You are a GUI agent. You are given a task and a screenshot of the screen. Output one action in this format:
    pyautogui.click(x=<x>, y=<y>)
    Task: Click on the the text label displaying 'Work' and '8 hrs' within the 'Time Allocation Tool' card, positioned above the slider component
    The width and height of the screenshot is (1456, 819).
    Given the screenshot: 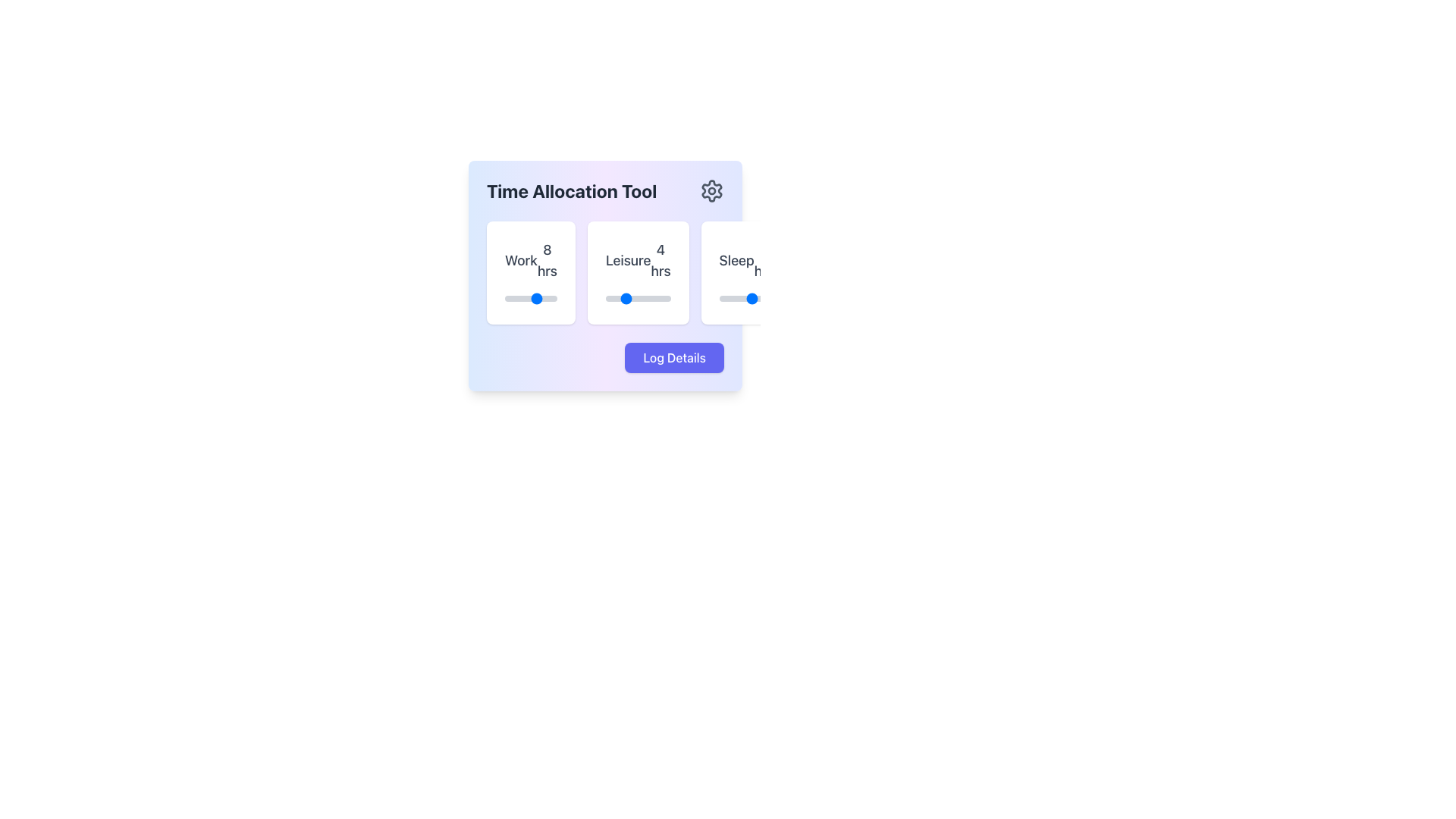 What is the action you would take?
    pyautogui.click(x=531, y=259)
    